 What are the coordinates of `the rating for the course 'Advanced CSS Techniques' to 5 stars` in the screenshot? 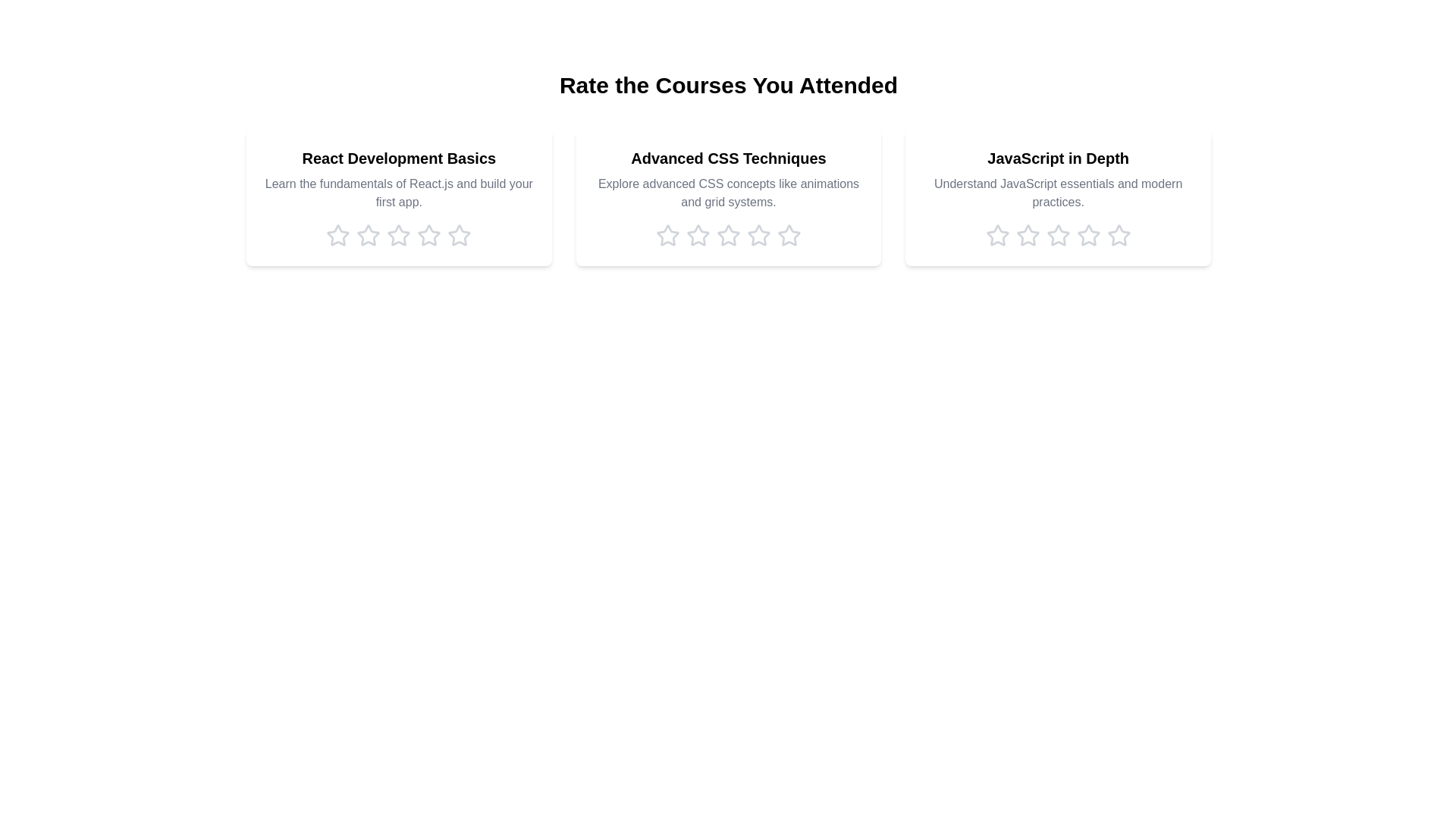 It's located at (789, 236).